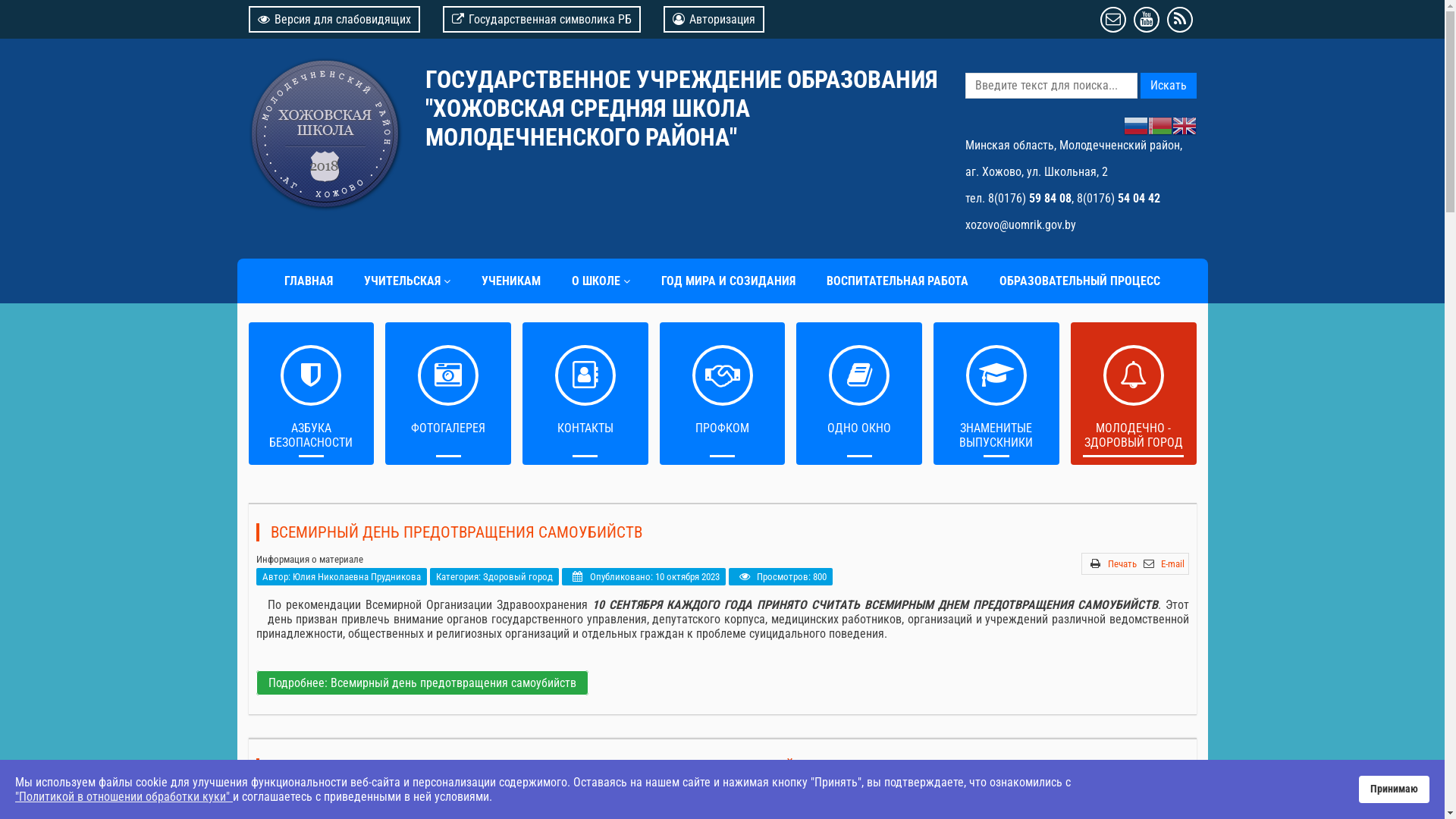  What do you see at coordinates (1171, 563) in the screenshot?
I see `'E-mail'` at bounding box center [1171, 563].